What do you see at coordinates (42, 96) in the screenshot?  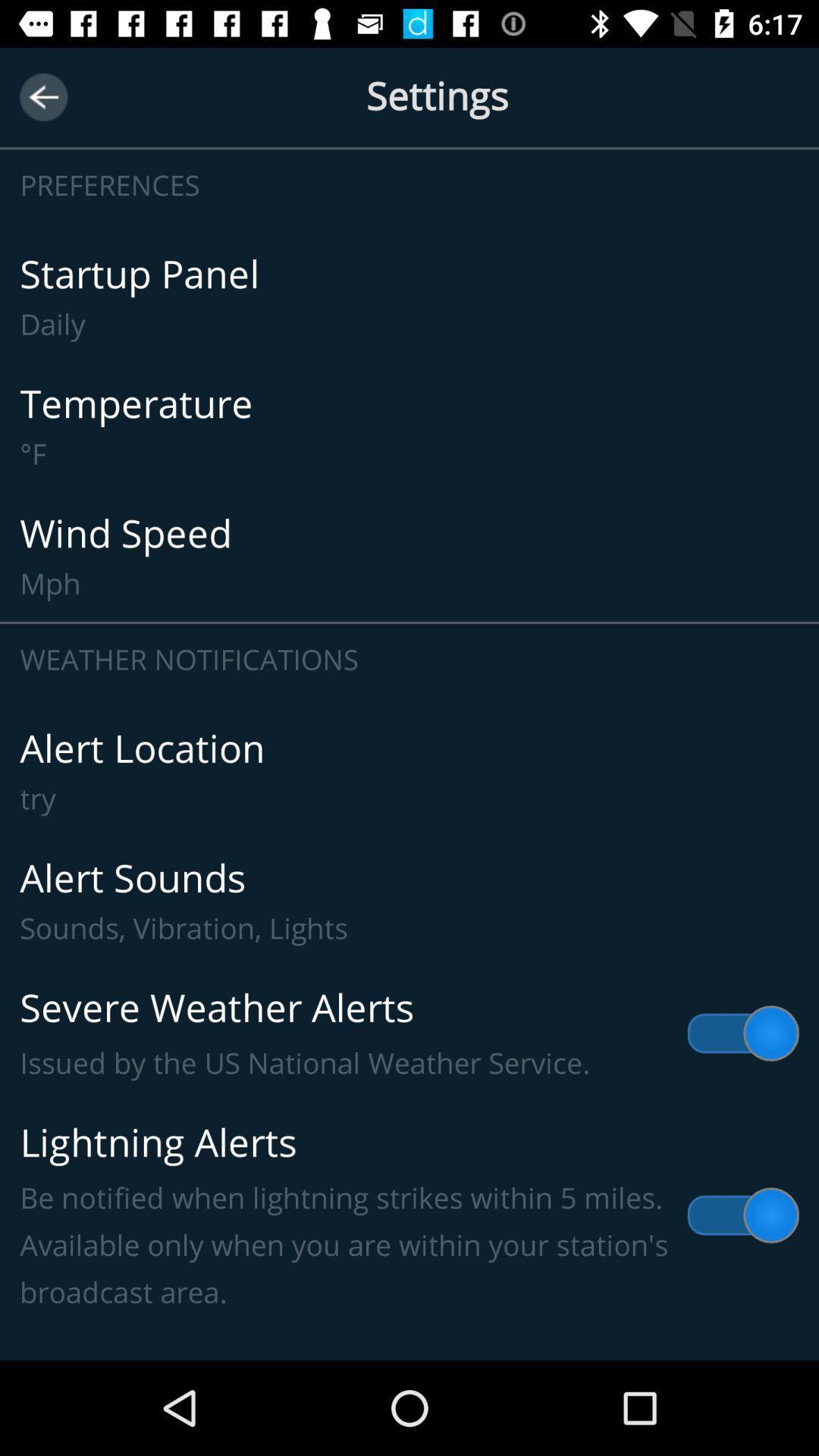 I see `the button beside settings` at bounding box center [42, 96].